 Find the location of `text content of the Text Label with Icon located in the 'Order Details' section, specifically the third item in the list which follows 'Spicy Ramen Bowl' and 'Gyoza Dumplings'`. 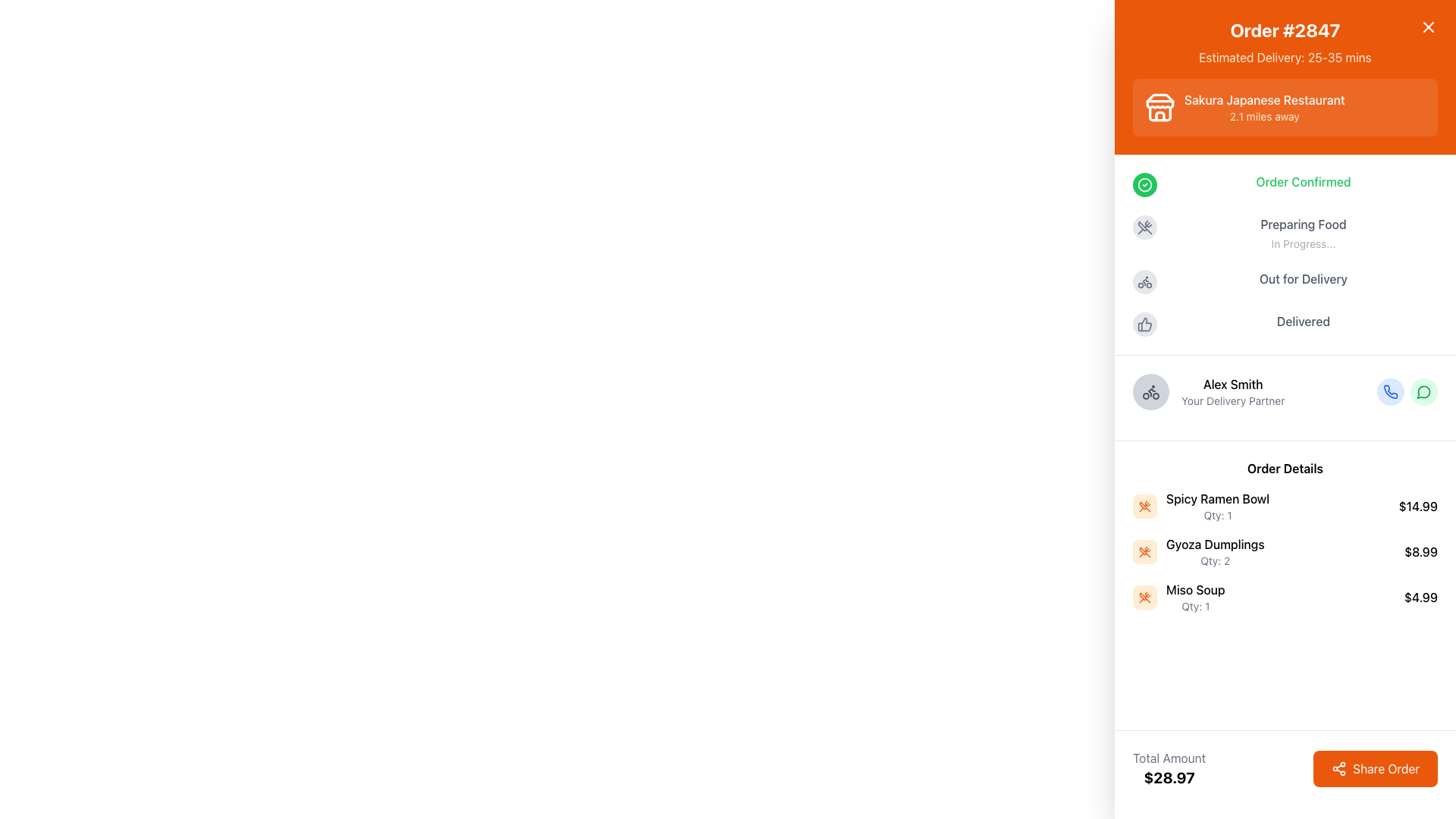

text content of the Text Label with Icon located in the 'Order Details' section, specifically the third item in the list which follows 'Spicy Ramen Bowl' and 'Gyoza Dumplings' is located at coordinates (1178, 596).